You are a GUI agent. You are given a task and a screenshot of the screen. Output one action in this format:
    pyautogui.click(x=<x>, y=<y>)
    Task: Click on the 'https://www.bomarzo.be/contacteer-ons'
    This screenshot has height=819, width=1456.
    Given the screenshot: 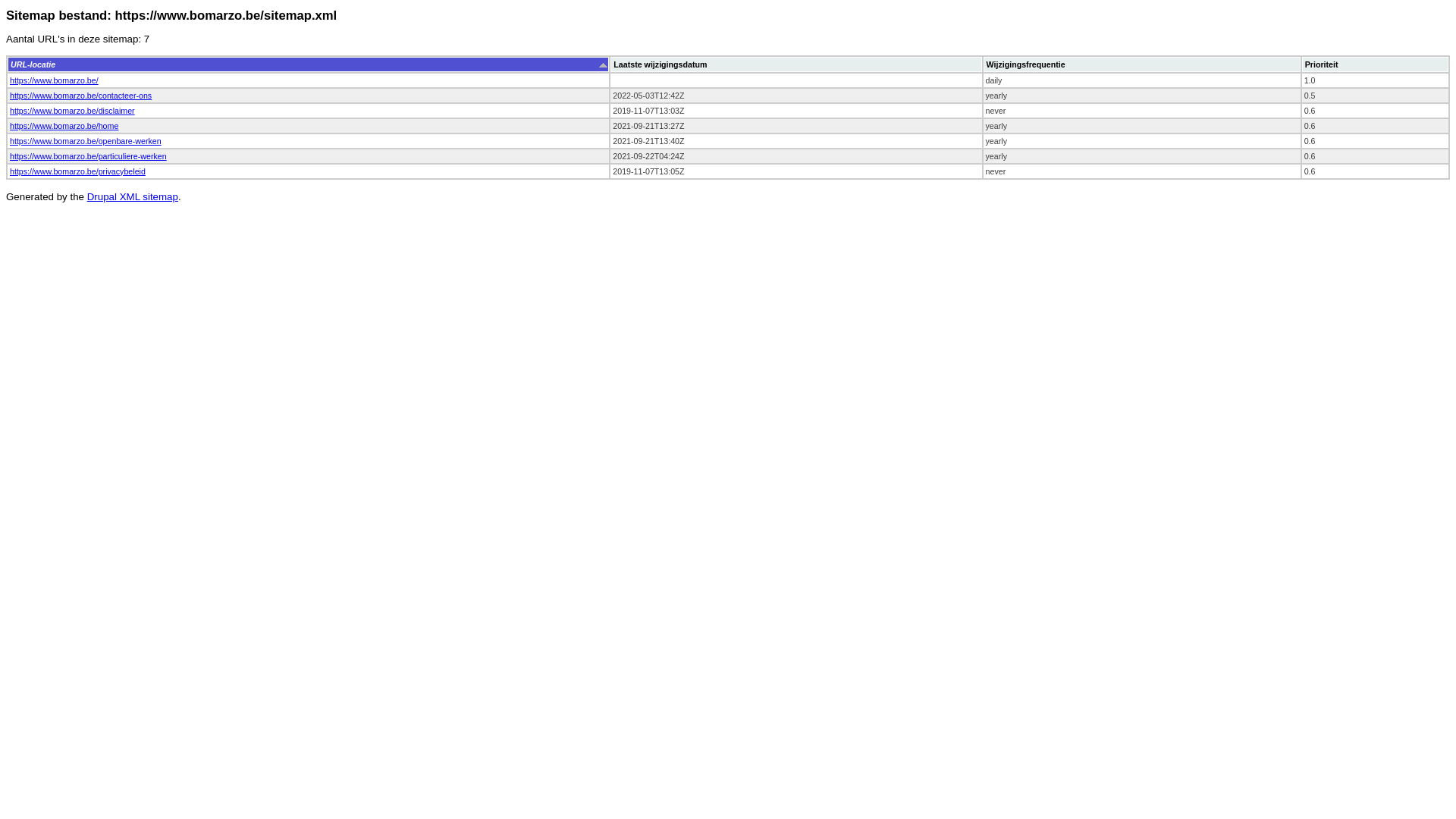 What is the action you would take?
    pyautogui.click(x=80, y=96)
    